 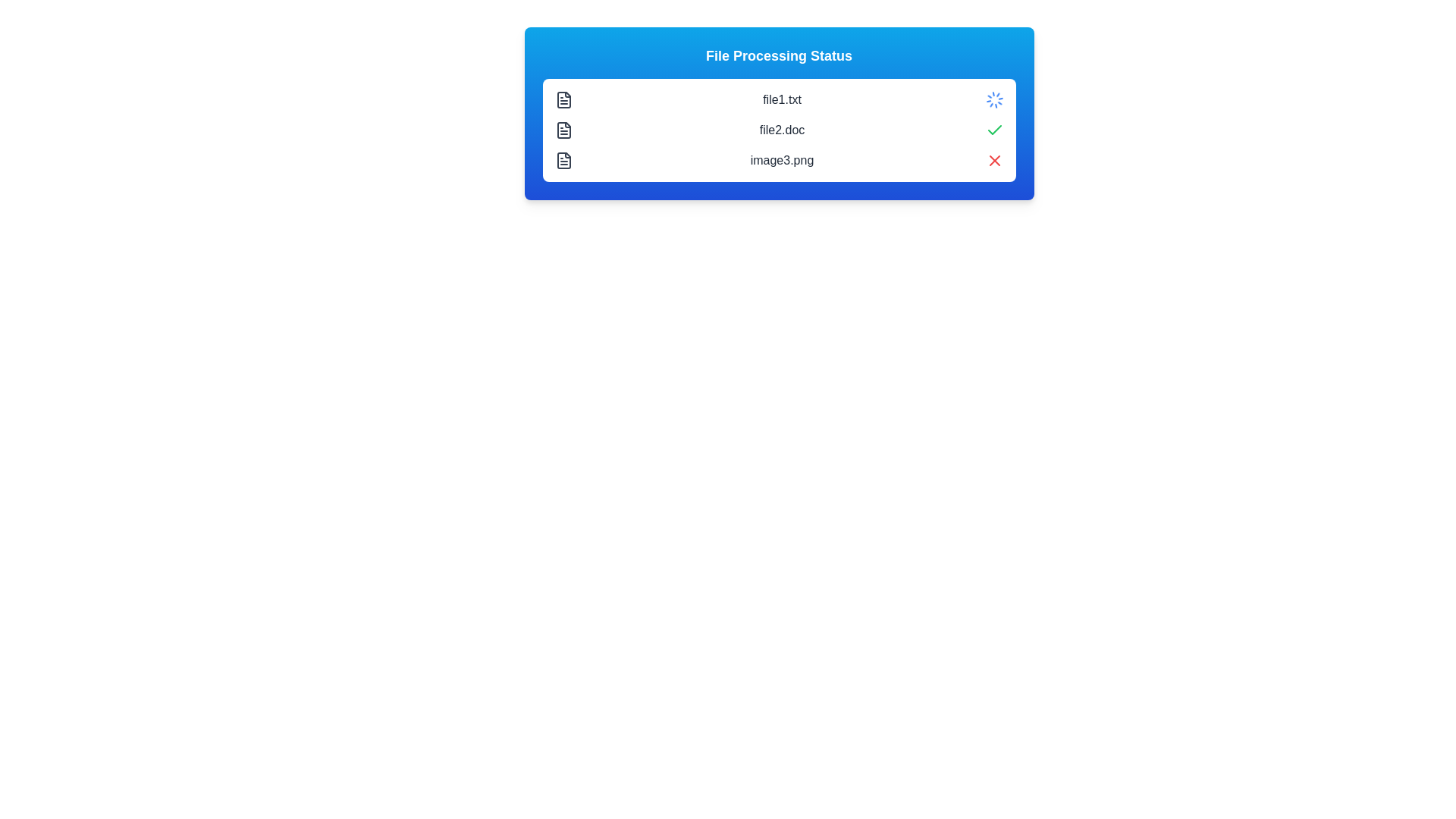 I want to click on the document icon located adjacent to the text 'file2.doc', so click(x=563, y=130).